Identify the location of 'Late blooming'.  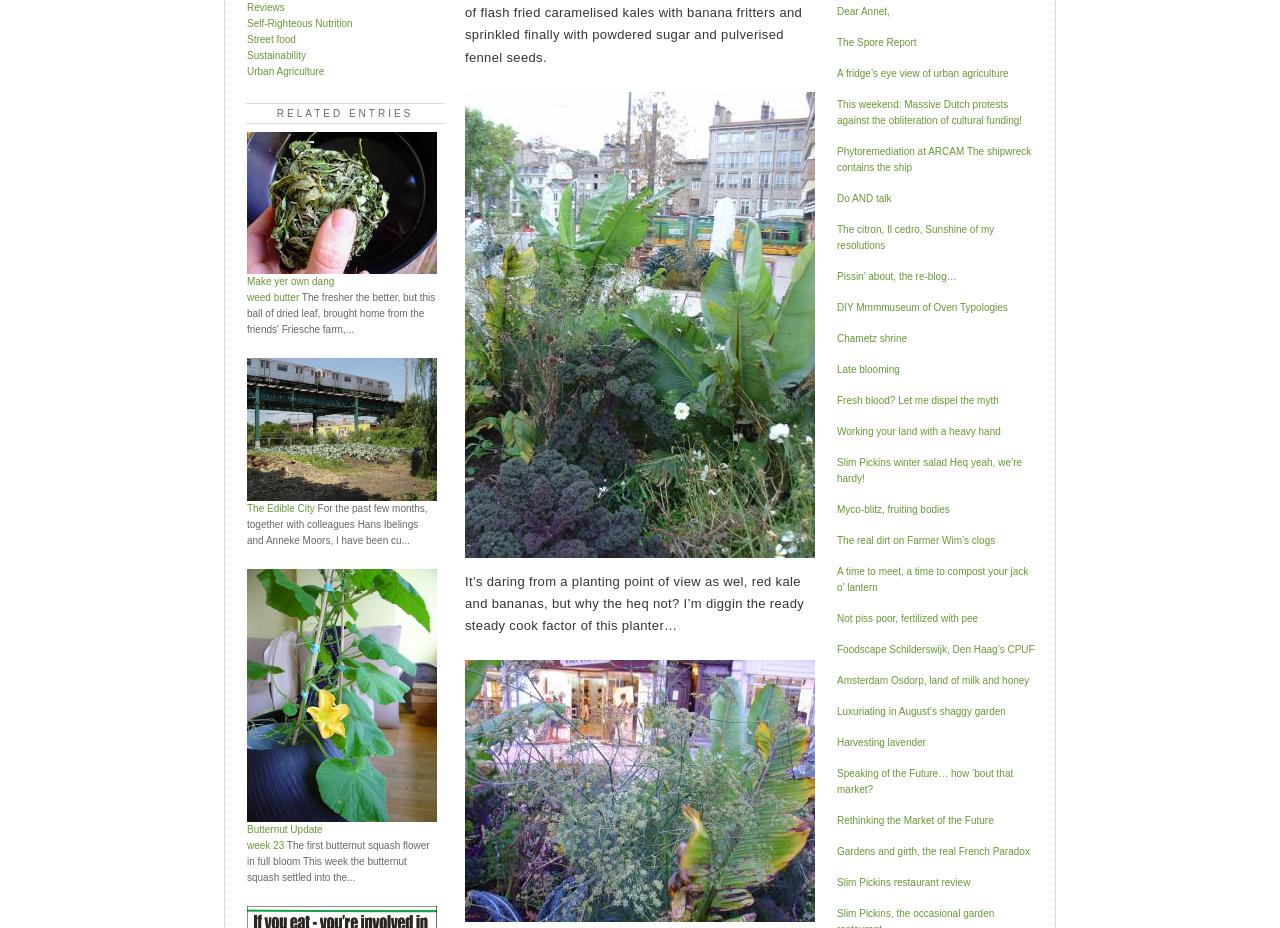
(867, 369).